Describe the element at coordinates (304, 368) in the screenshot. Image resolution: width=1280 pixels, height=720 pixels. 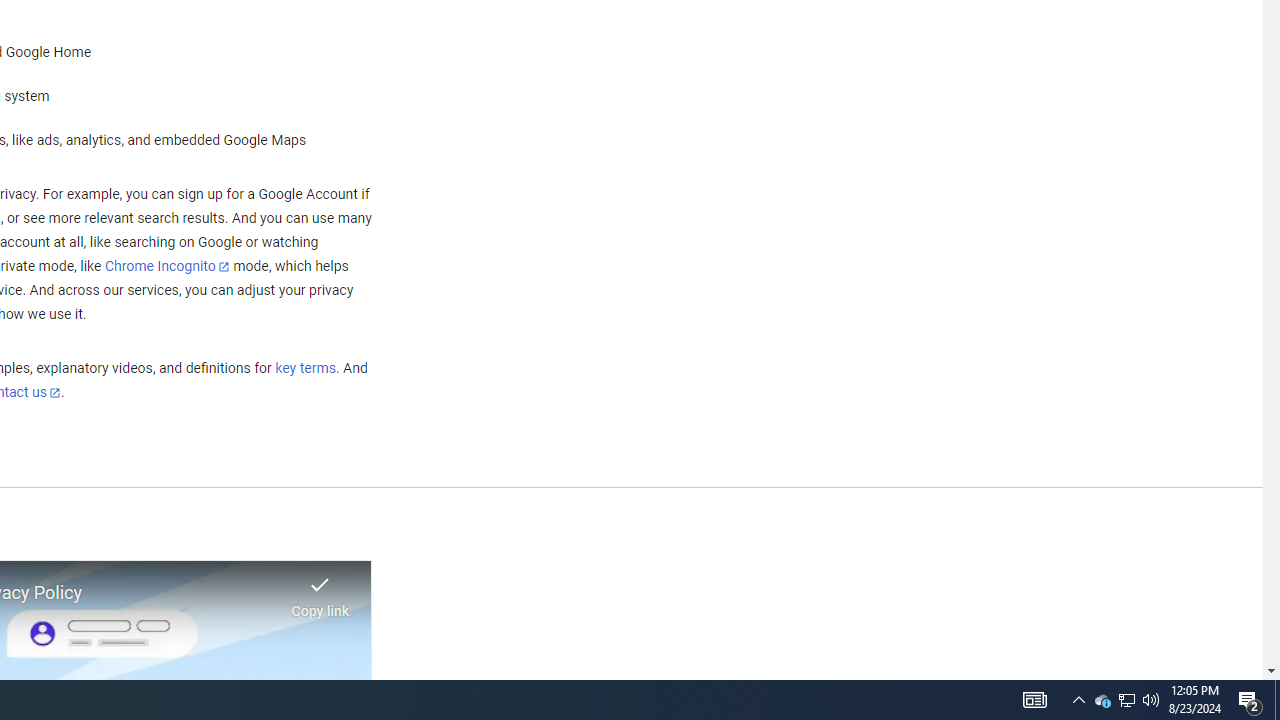
I see `'key terms'` at that location.